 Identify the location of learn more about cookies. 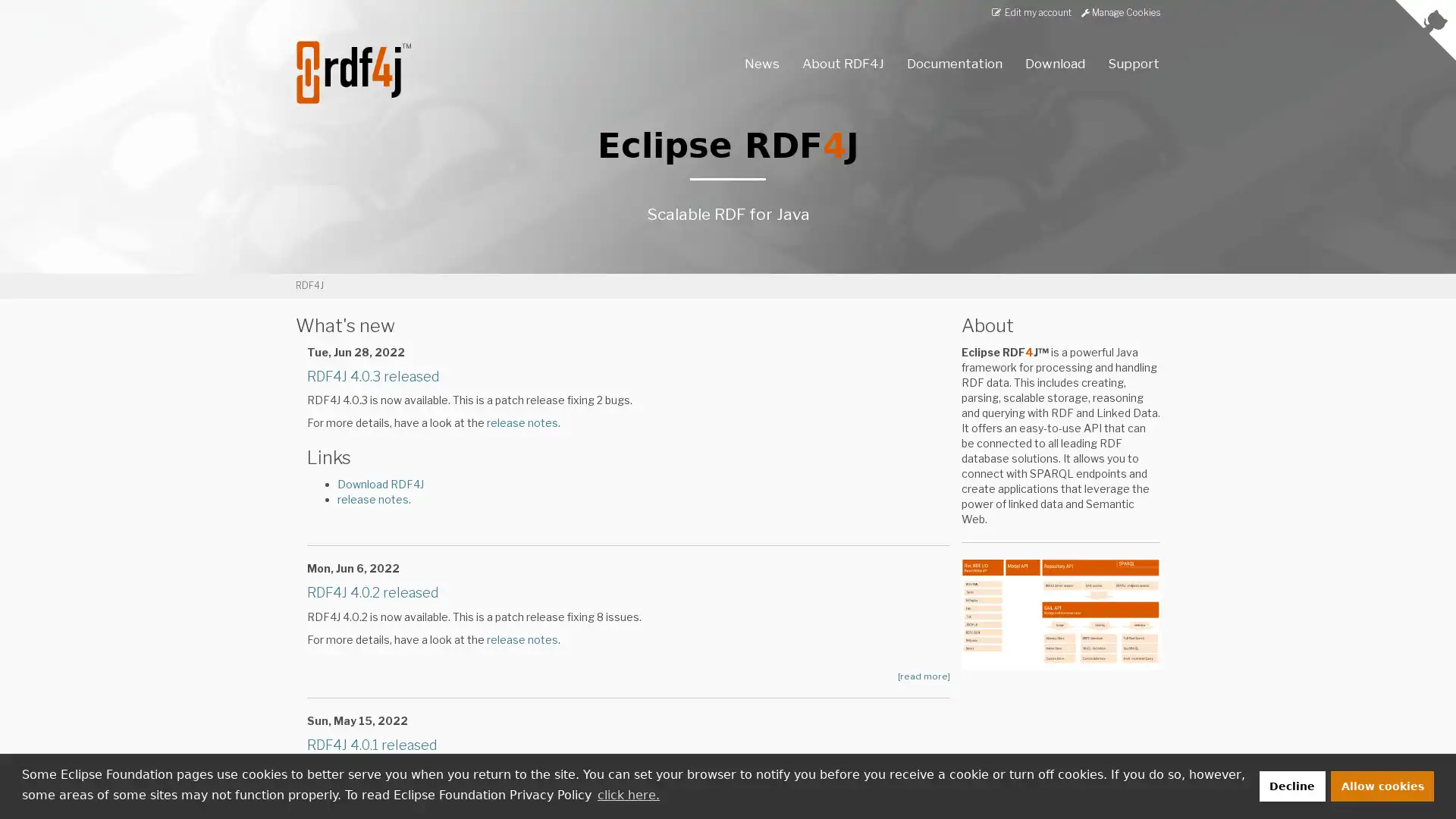
(628, 794).